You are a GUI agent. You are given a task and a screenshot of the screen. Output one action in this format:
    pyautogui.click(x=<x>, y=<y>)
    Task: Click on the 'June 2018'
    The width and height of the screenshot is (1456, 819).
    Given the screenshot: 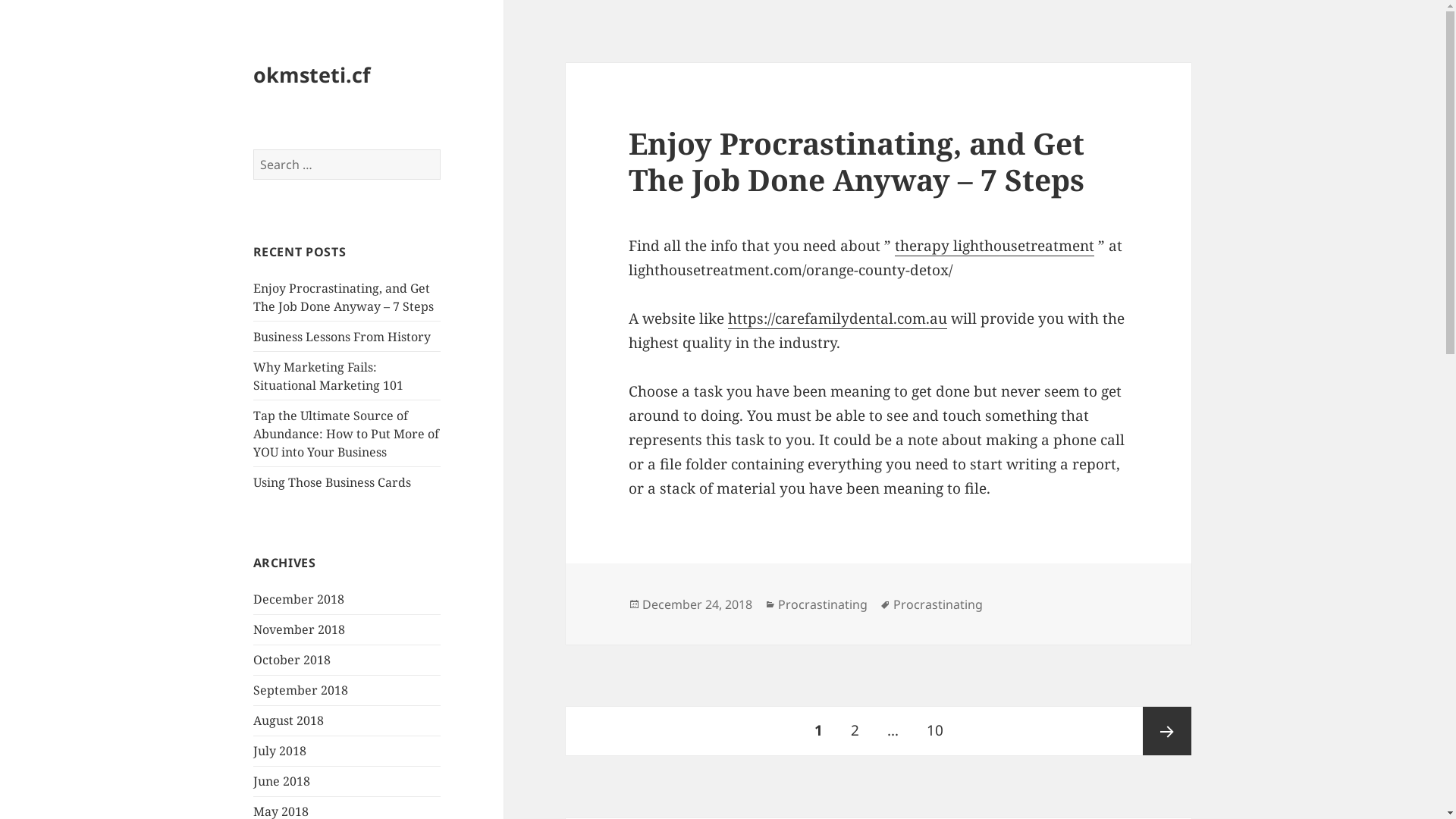 What is the action you would take?
    pyautogui.click(x=281, y=780)
    